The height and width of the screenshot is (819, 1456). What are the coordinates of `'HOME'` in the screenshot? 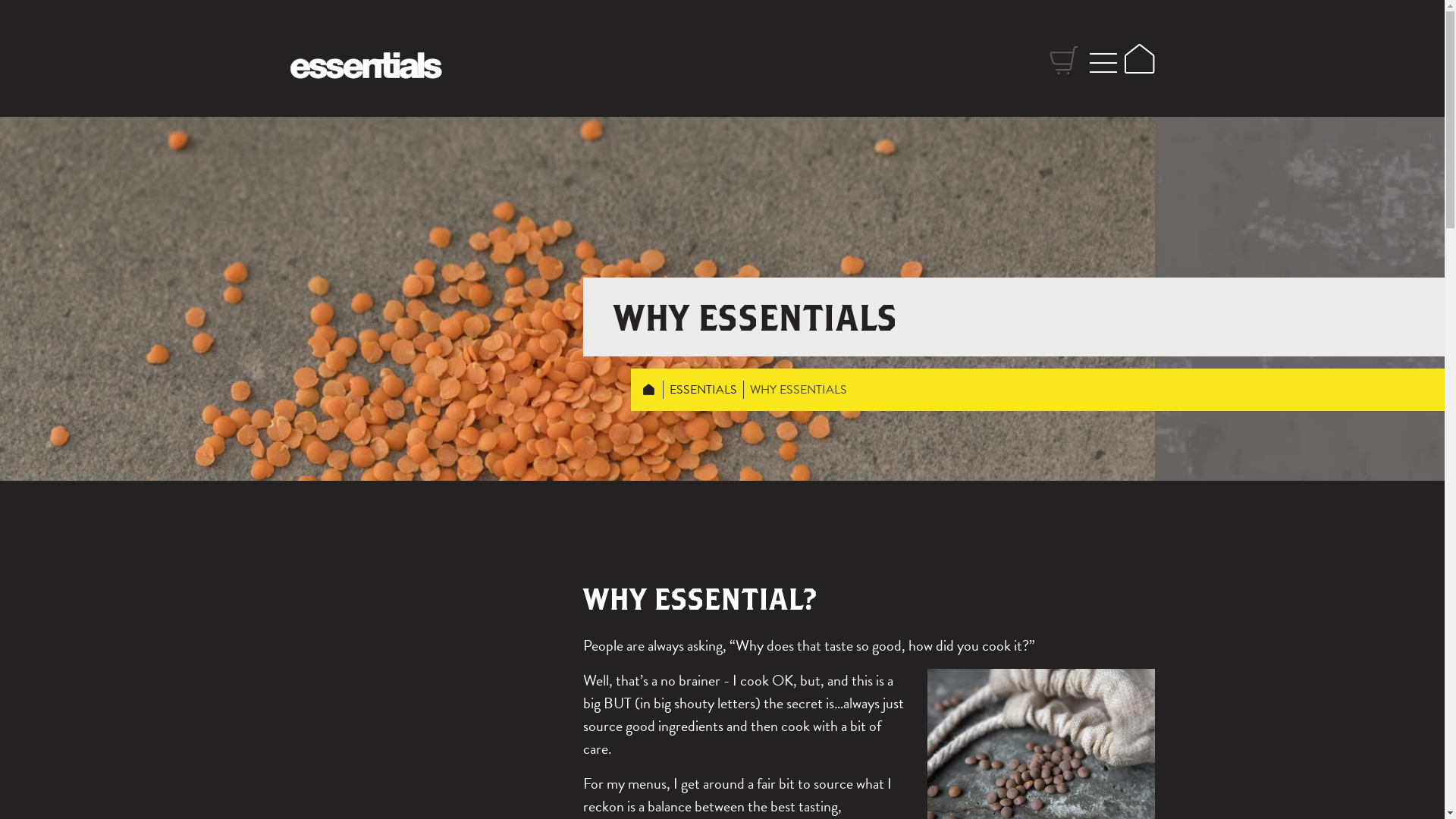 It's located at (648, 388).